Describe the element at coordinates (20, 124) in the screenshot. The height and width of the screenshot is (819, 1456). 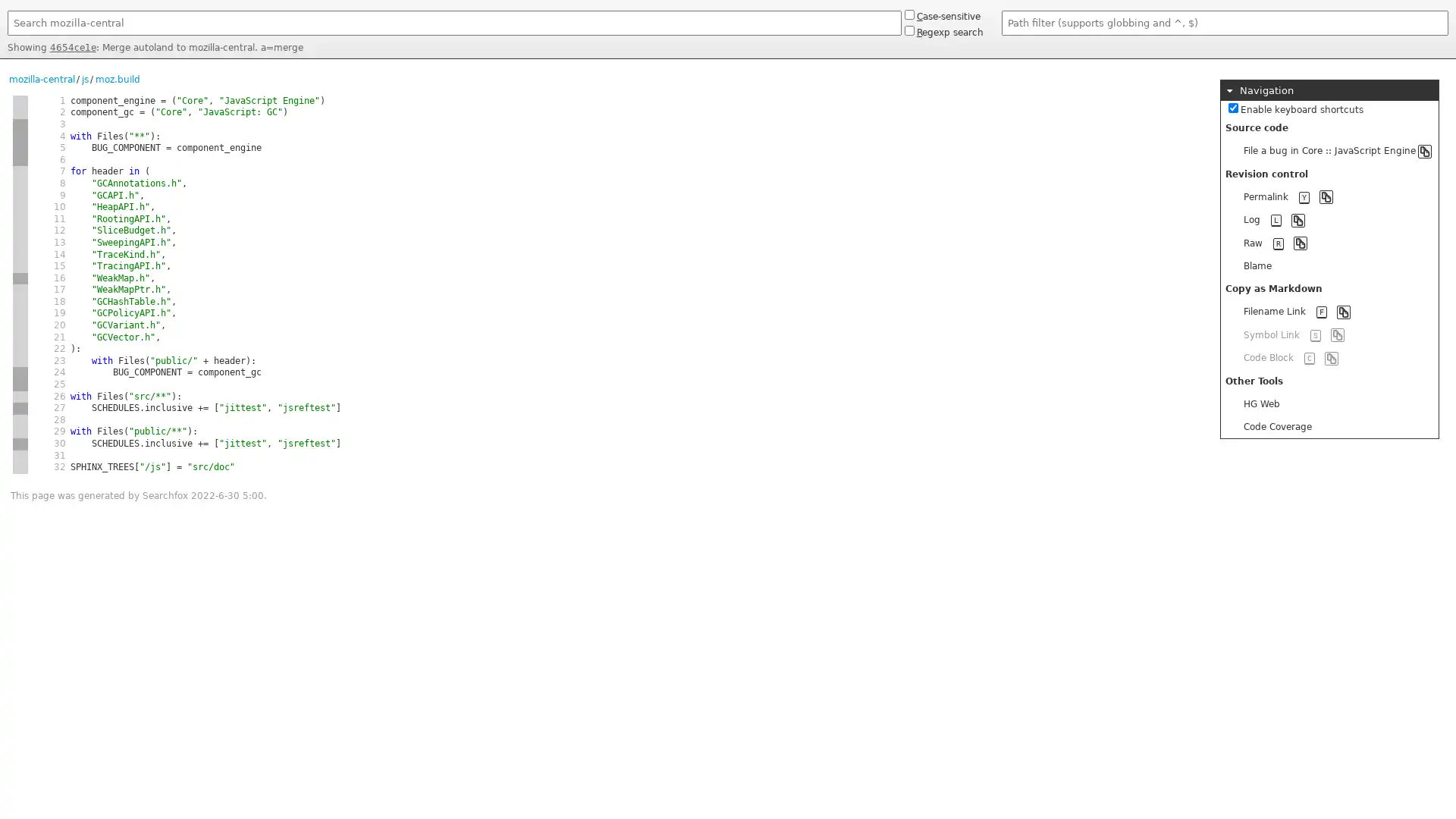
I see `new hash 2` at that location.